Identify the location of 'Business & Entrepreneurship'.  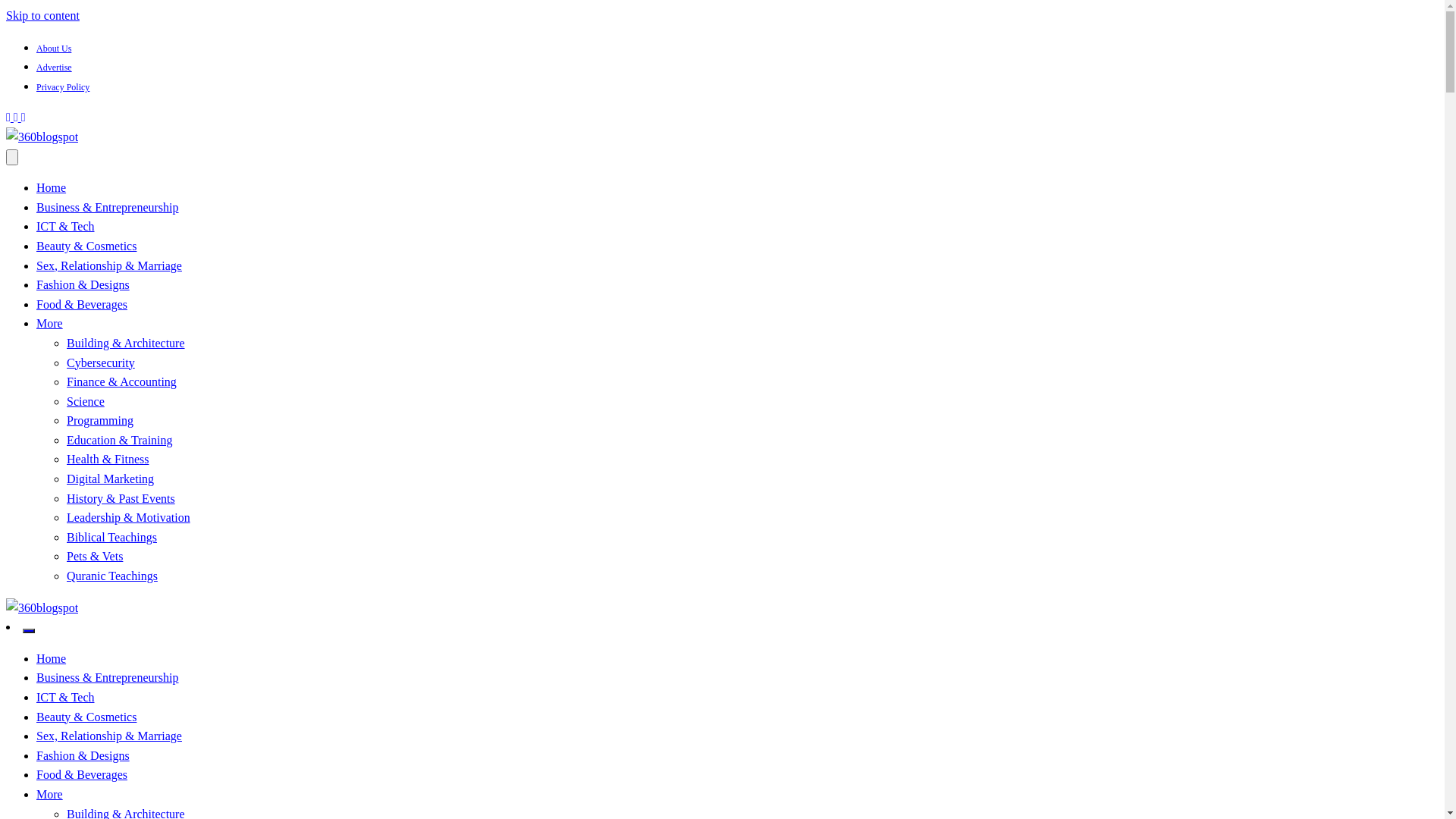
(36, 207).